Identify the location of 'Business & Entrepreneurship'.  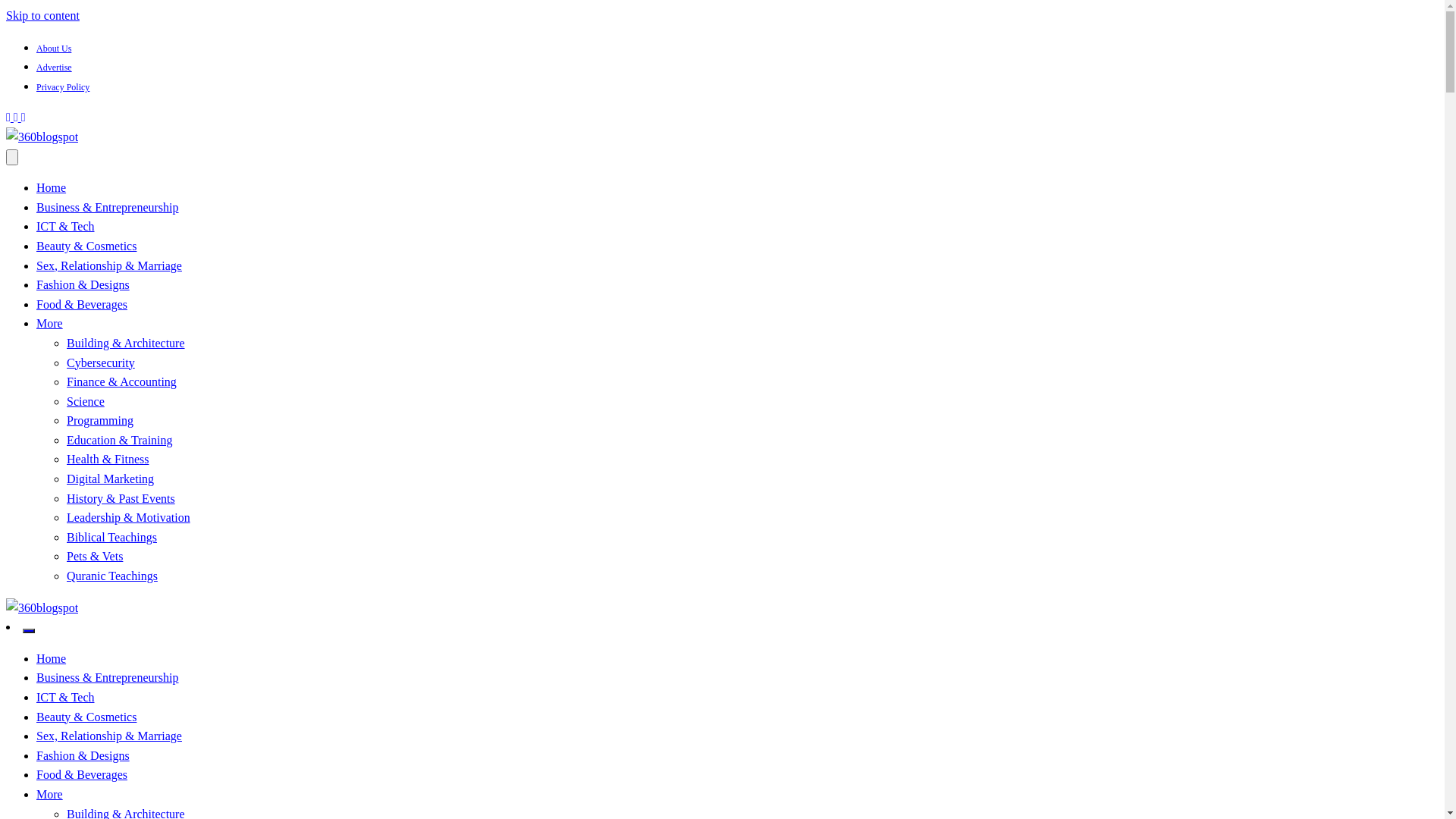
(36, 207).